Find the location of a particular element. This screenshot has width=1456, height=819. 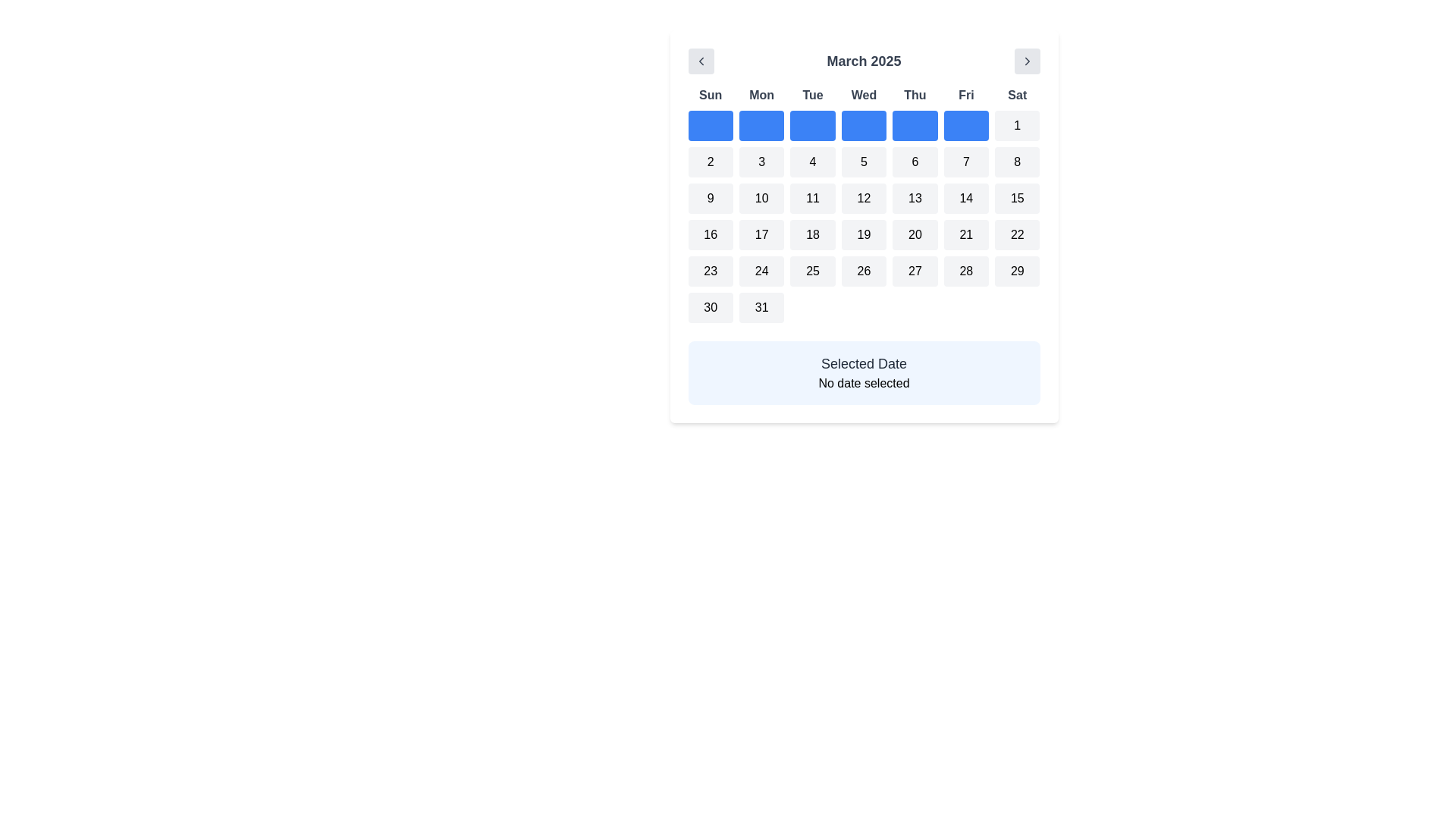

the selectable date button located in the third row and the seventh column of the calendar widget is located at coordinates (1017, 162).